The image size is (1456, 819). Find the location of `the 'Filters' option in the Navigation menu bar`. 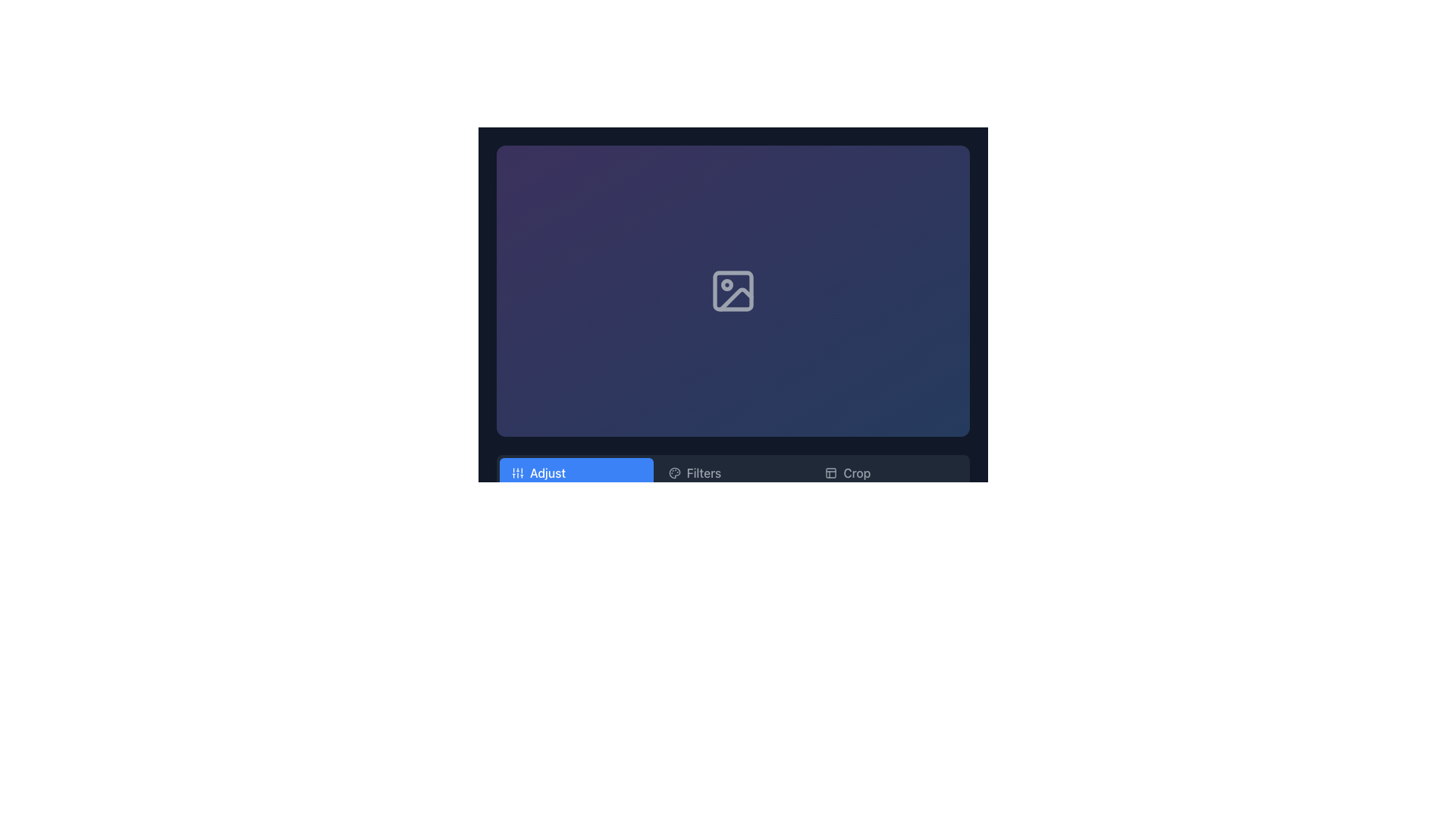

the 'Filters' option in the Navigation menu bar is located at coordinates (733, 472).